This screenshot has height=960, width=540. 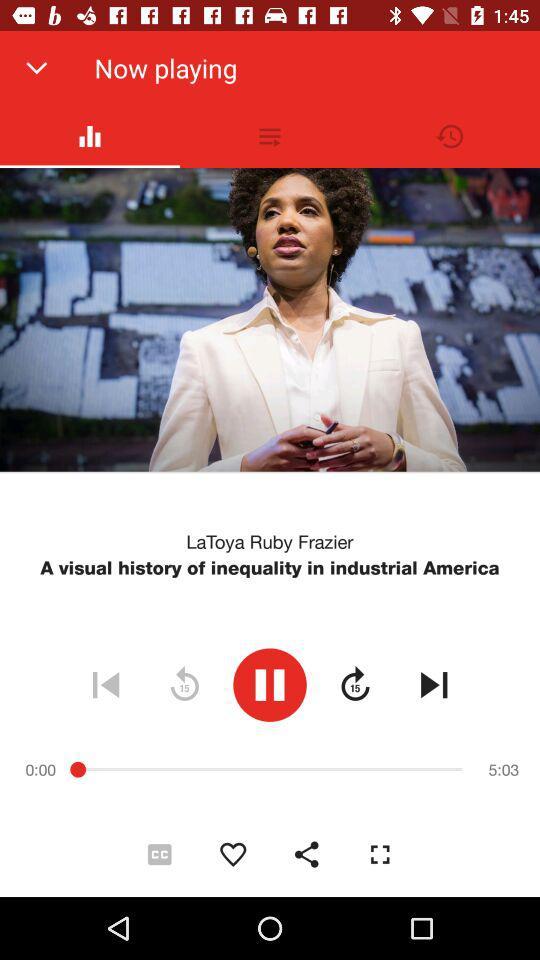 I want to click on the favorite icon, so click(x=232, y=853).